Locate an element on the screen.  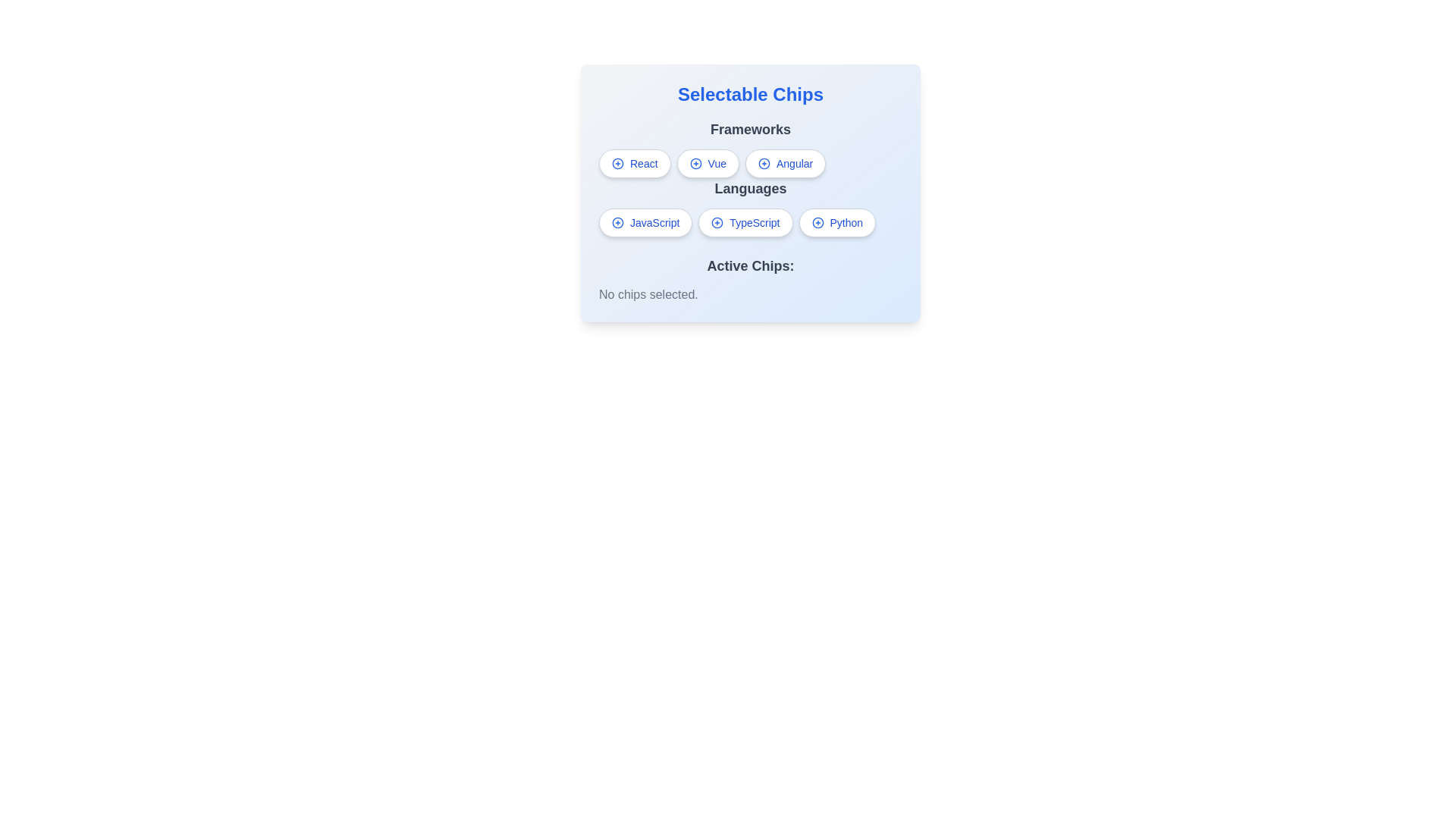
the SVG circle component that represents the toggle state of the 'JavaScript' selection in the Languages section is located at coordinates (618, 222).